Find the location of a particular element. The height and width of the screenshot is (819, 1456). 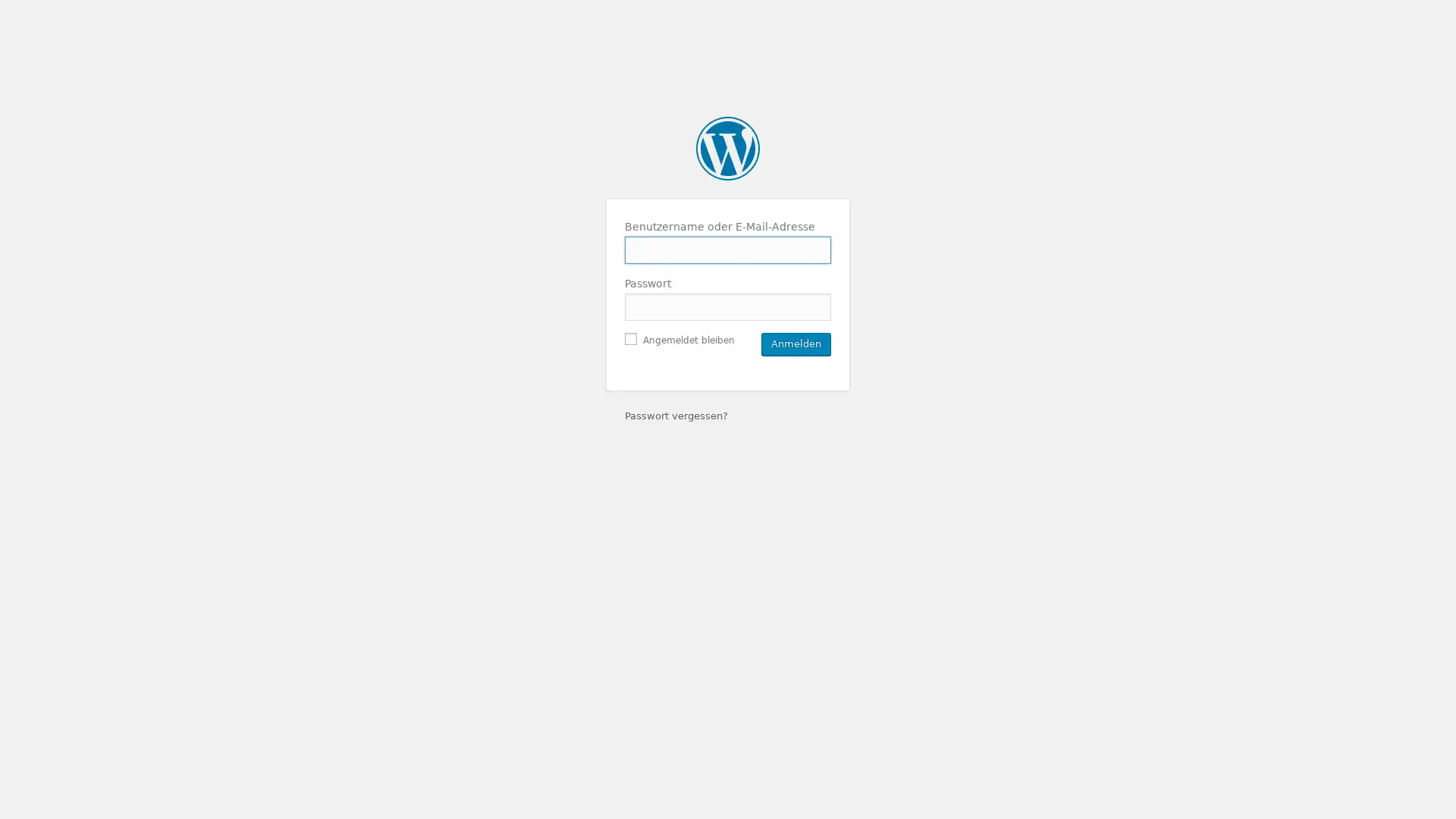

Anmelden is located at coordinates (795, 343).